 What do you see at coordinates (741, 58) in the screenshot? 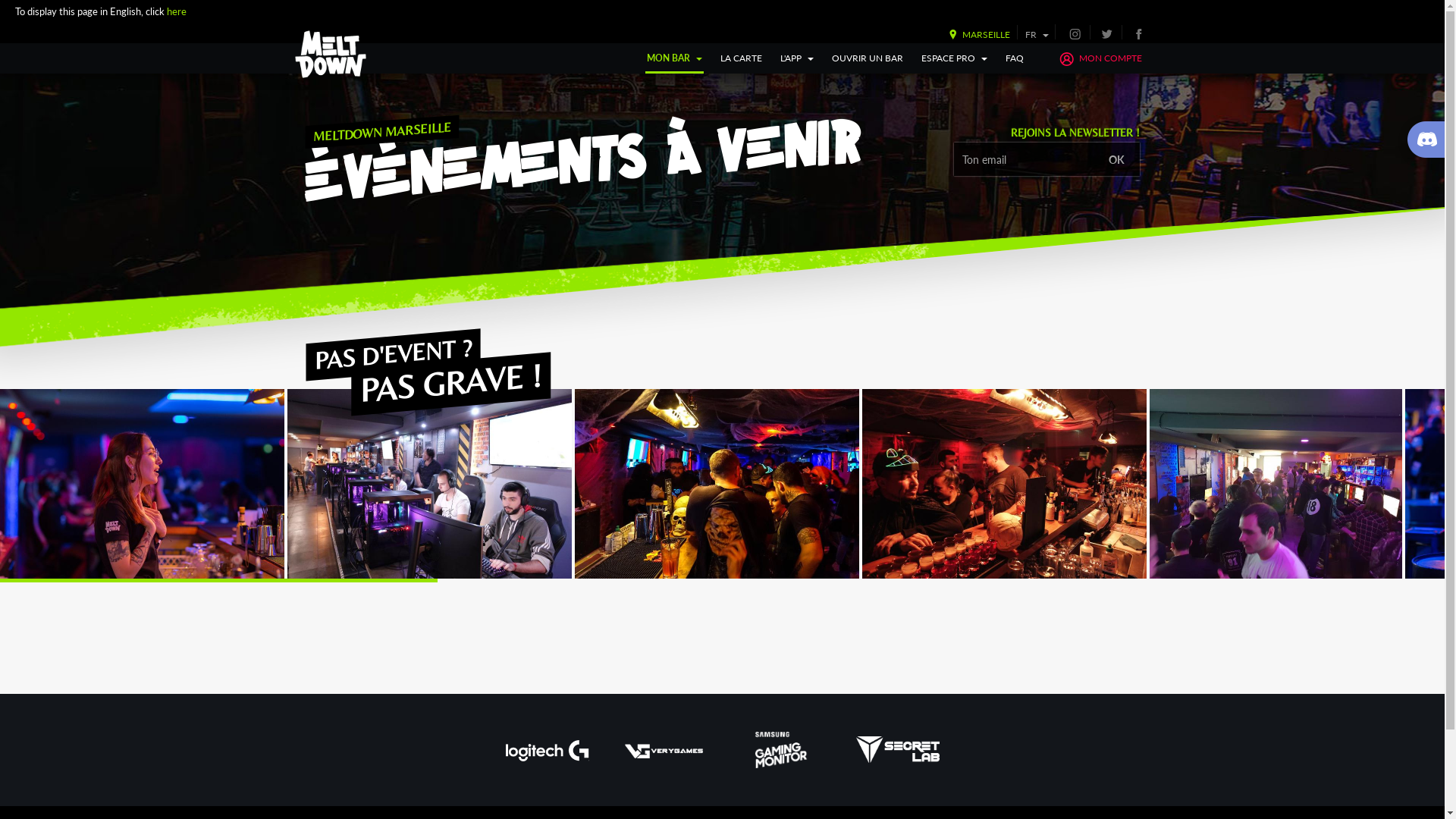
I see `'LA CARTE'` at bounding box center [741, 58].